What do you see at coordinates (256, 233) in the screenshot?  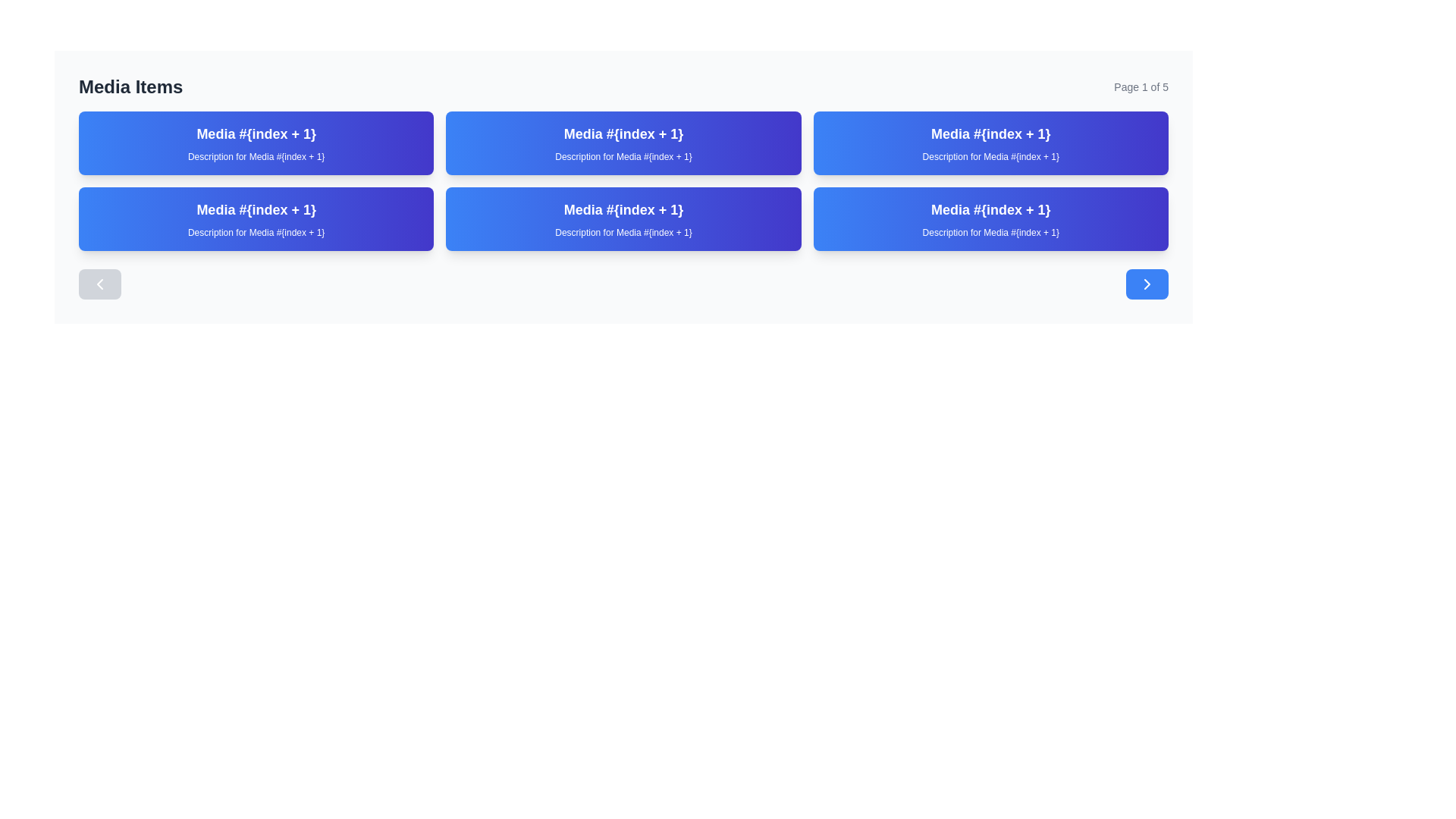 I see `the text label that reads 'Description for Media #{index + 1}' positioned at the bottom of the gradient card in the second row and first column of the grid layout` at bounding box center [256, 233].